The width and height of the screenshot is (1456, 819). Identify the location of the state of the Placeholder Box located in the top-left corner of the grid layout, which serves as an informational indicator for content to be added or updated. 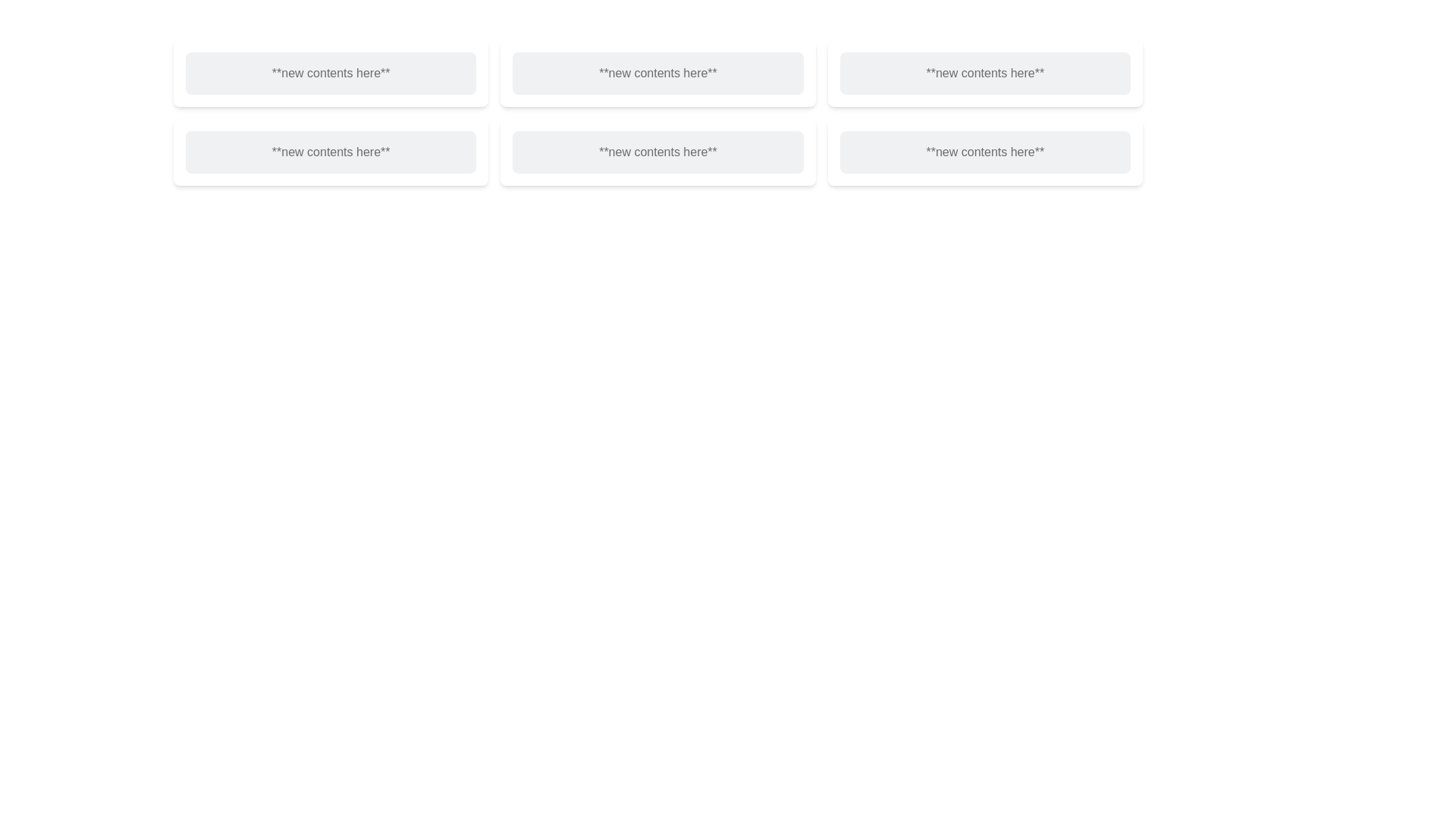
(330, 73).